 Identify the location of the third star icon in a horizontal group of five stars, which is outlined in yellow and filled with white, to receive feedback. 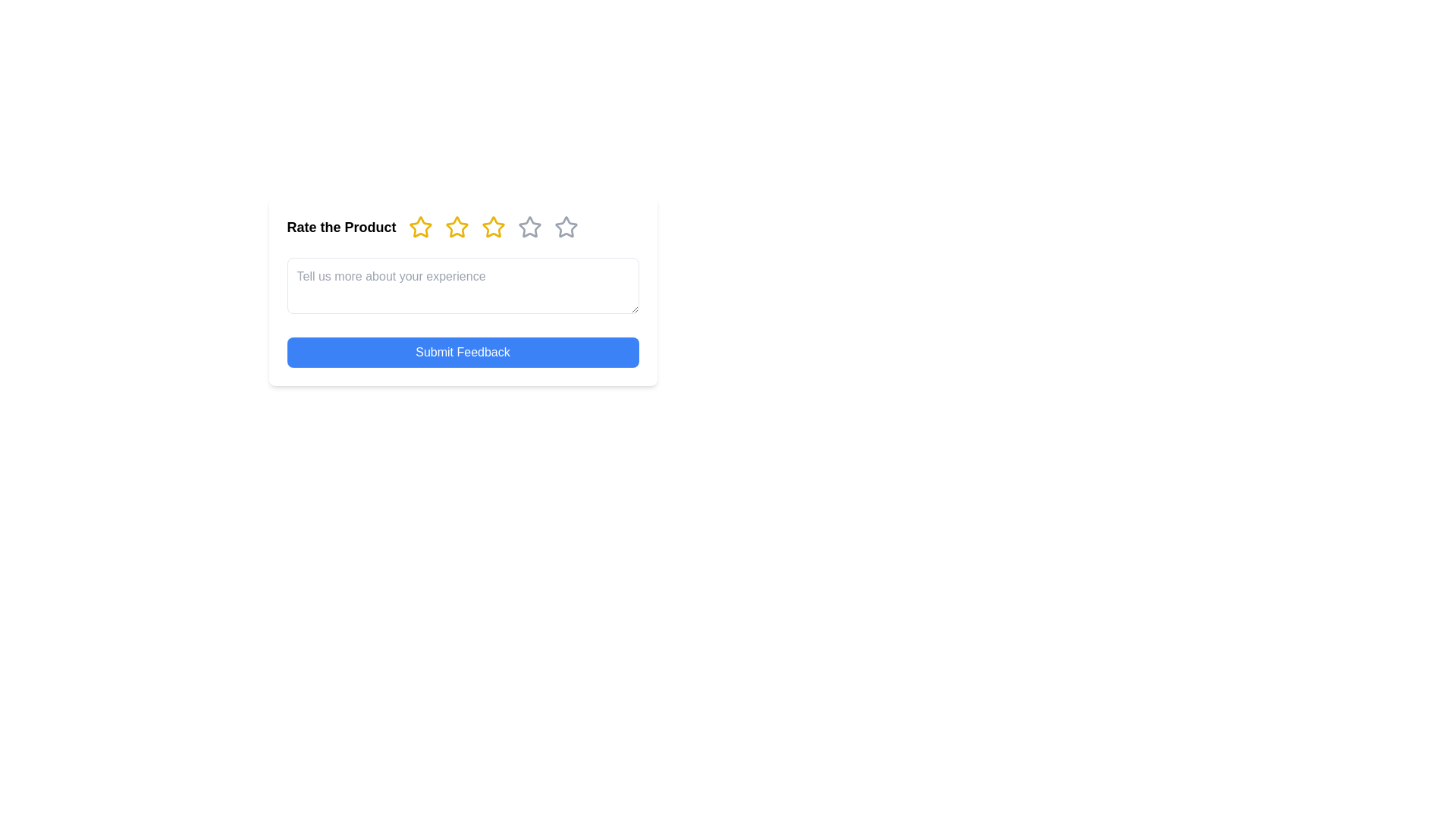
(493, 227).